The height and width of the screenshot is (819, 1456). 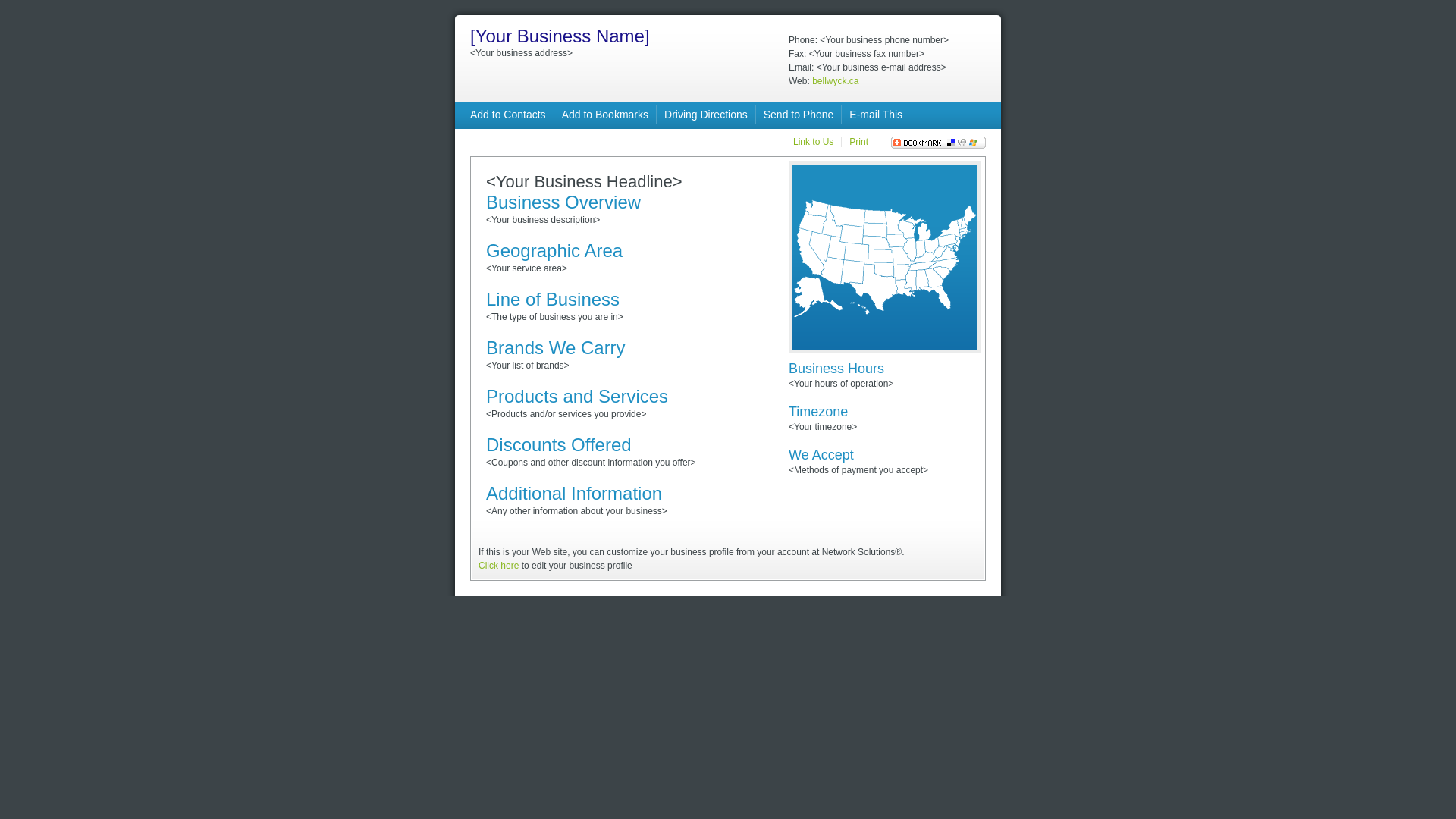 I want to click on 'Print', so click(x=858, y=141).